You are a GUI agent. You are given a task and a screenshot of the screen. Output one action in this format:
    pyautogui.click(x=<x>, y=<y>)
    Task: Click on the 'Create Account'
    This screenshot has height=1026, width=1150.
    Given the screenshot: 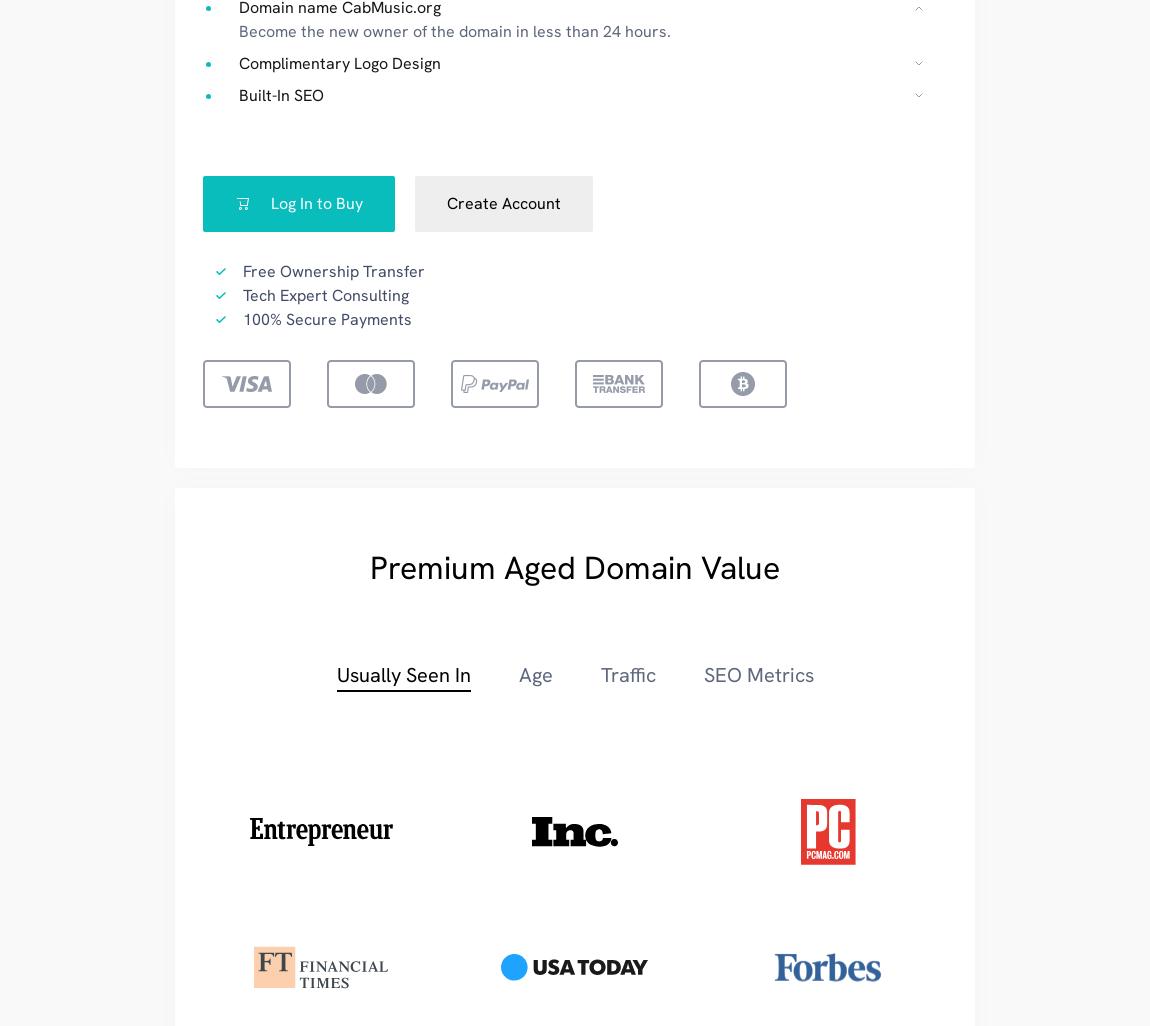 What is the action you would take?
    pyautogui.click(x=504, y=202)
    